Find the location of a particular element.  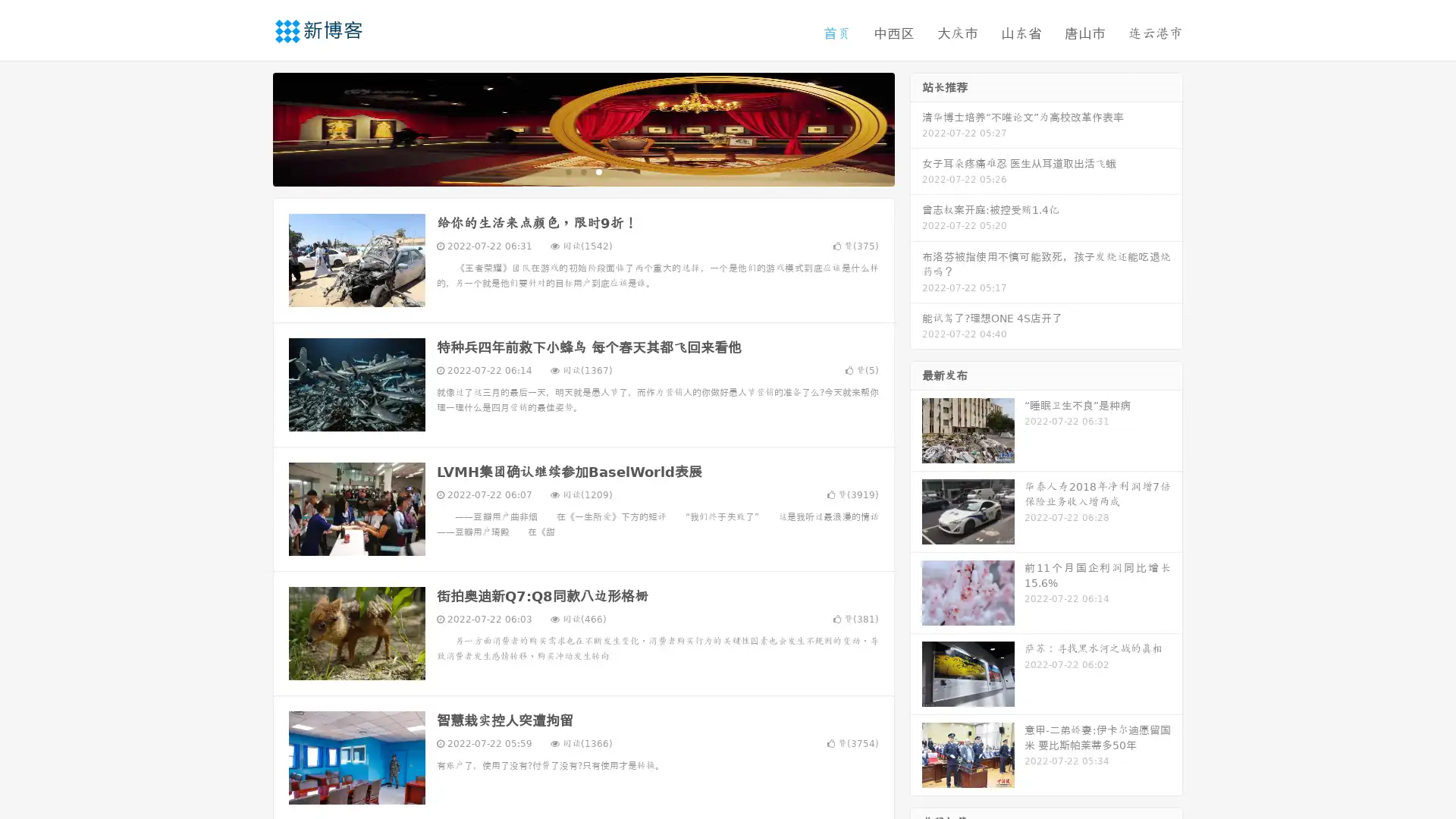

Go to slide 3 is located at coordinates (598, 171).